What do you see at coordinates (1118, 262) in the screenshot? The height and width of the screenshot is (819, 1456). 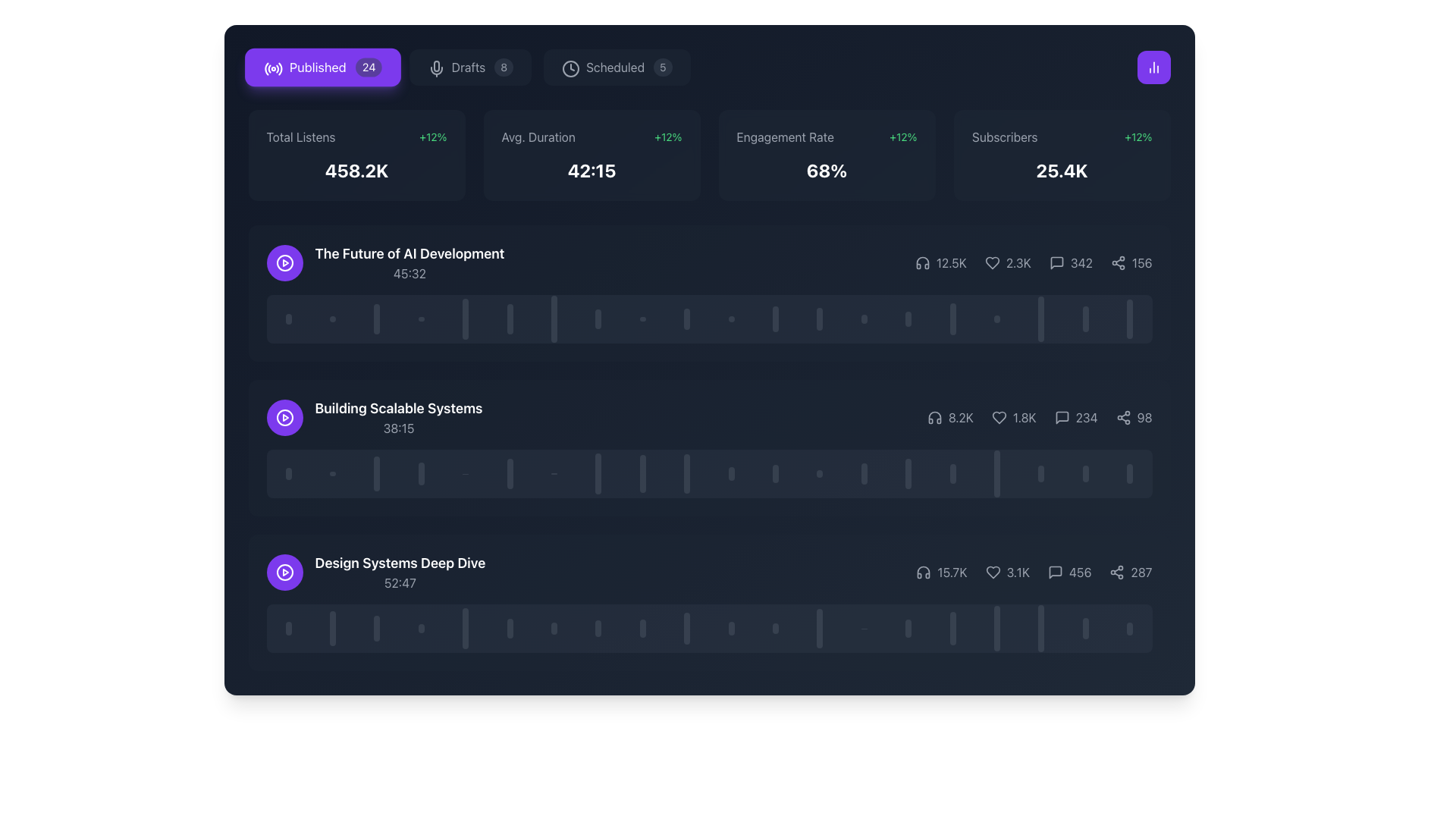 I see `the sharing icon, which features a three-node connected structure, located to the right of the comment and like icons` at bounding box center [1118, 262].